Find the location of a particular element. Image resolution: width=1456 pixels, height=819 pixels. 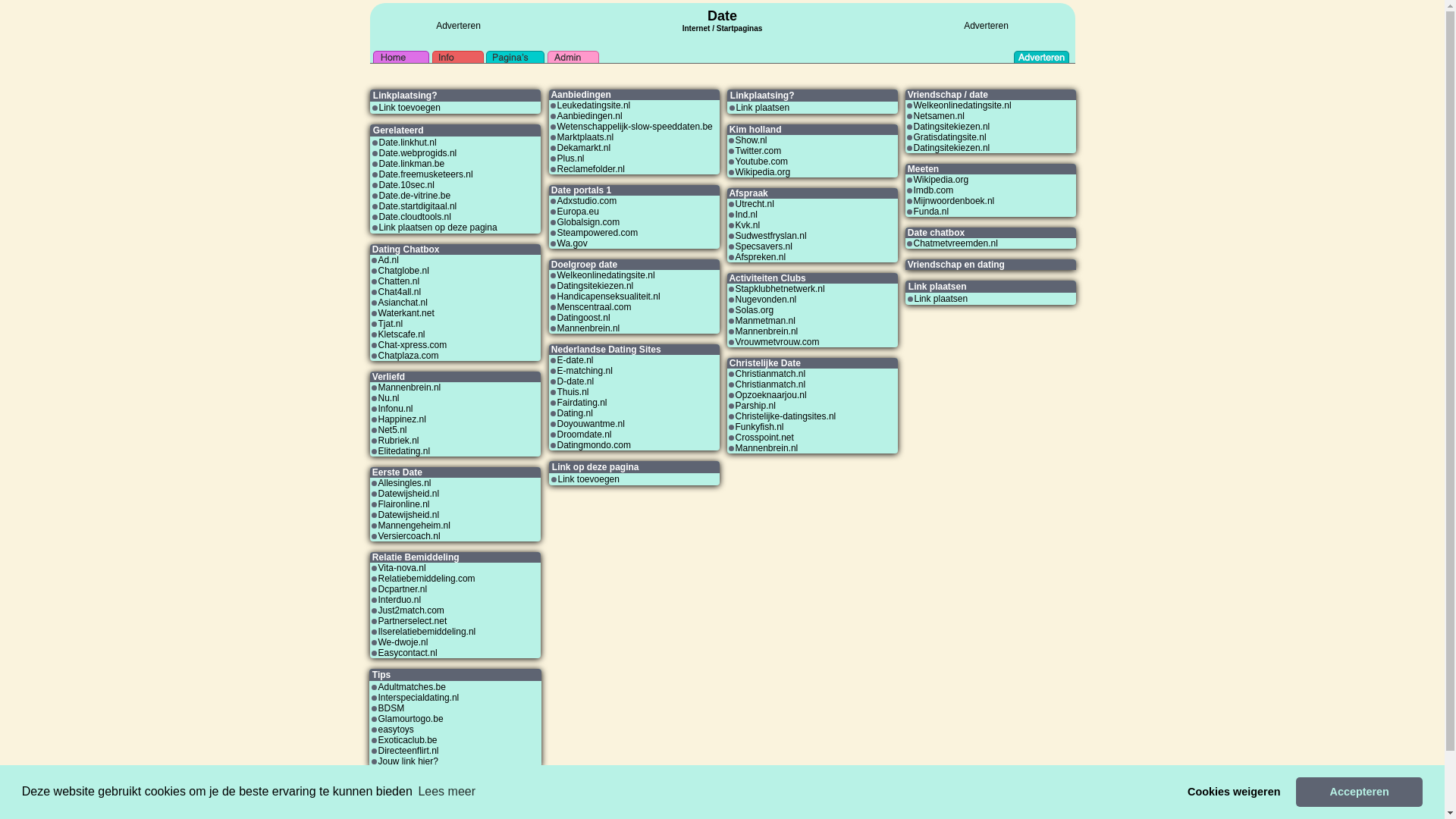

'Startpaginas' is located at coordinates (739, 28).